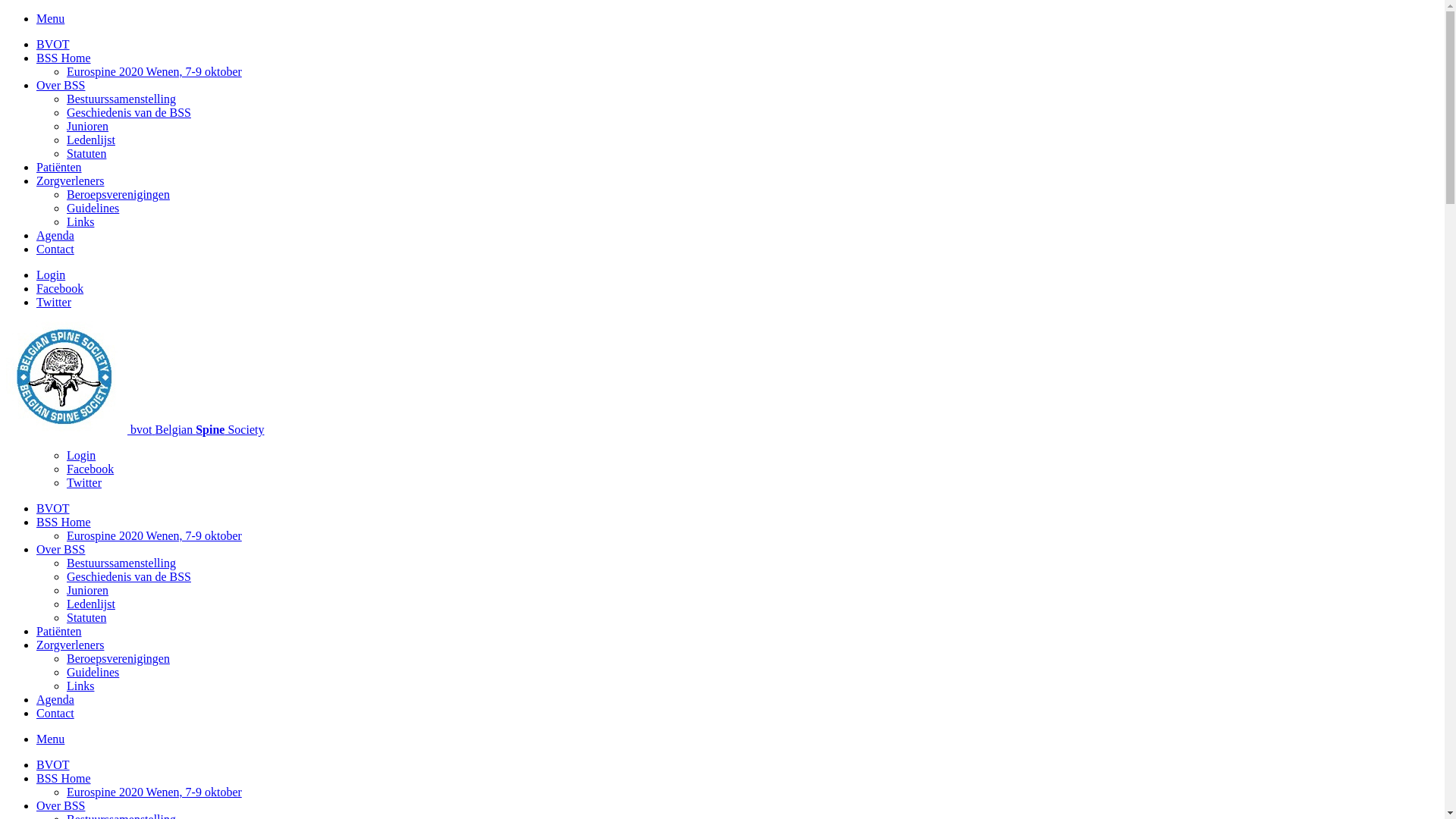 The image size is (1456, 819). Describe the element at coordinates (92, 671) in the screenshot. I see `'Guidelines'` at that location.